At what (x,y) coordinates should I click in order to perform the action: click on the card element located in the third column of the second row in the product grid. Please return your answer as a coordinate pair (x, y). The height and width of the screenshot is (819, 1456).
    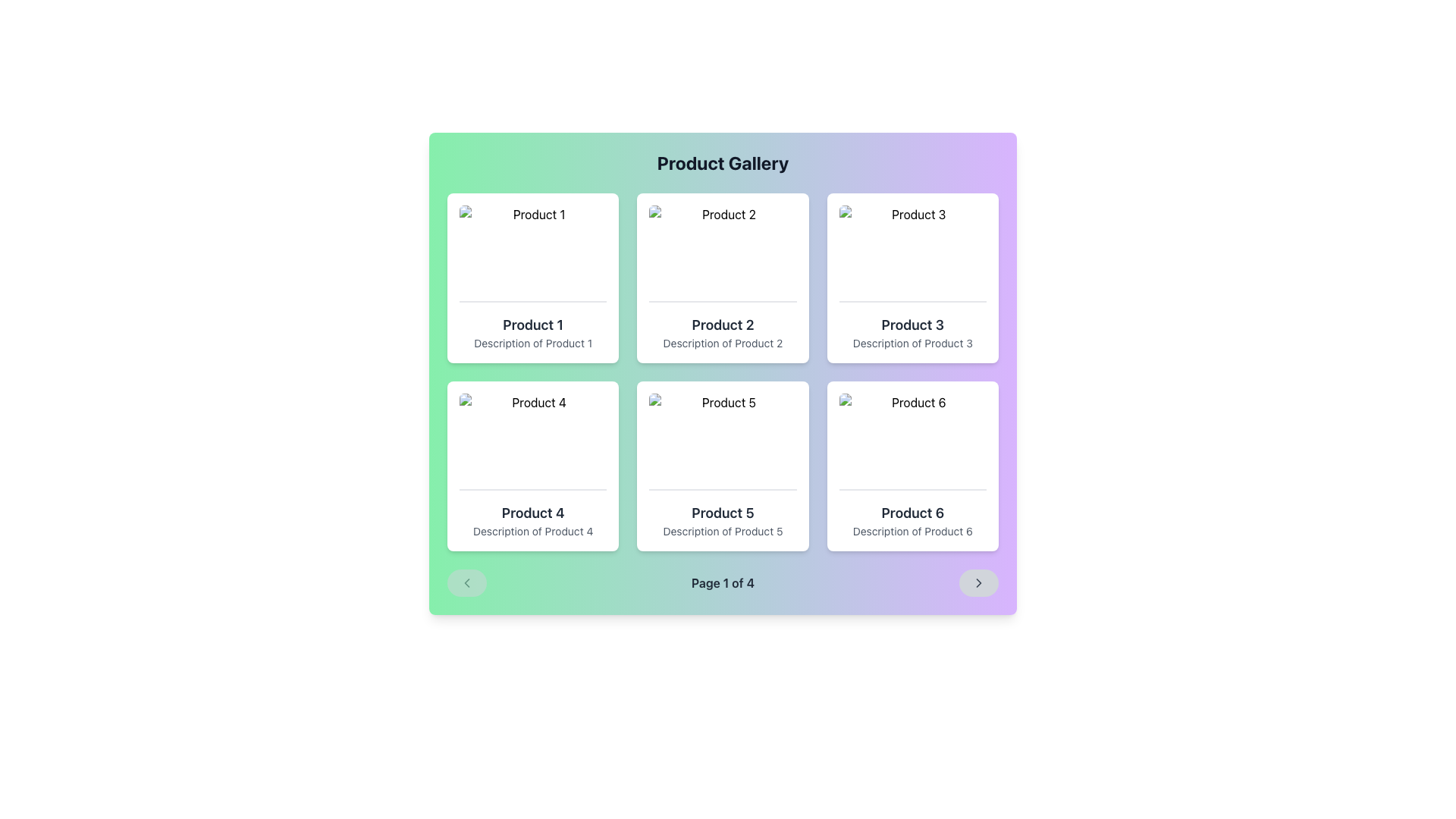
    Looking at the image, I should click on (912, 465).